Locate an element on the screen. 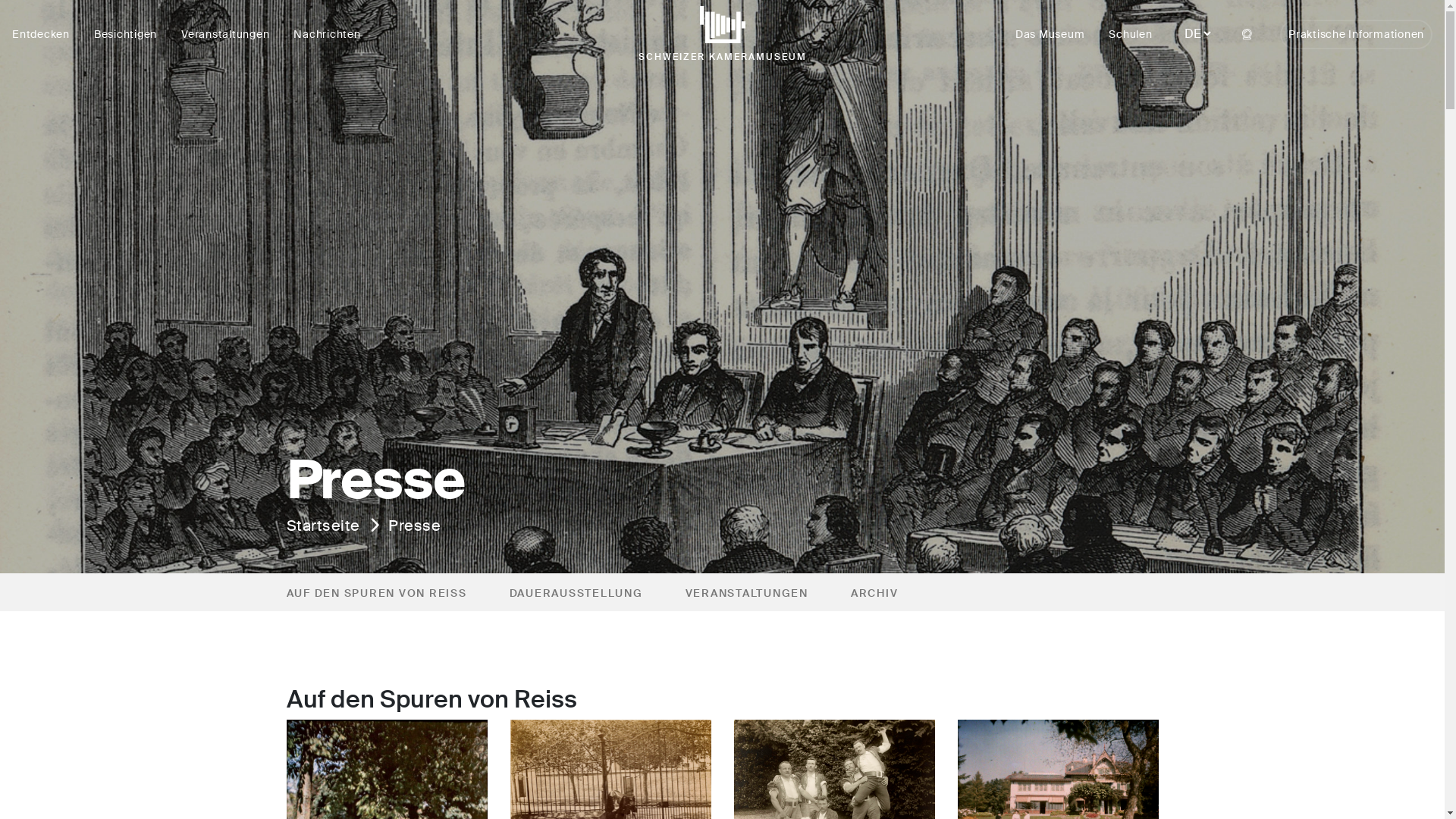 The height and width of the screenshot is (819, 1456). 'VERANSTALTUNGEN' is located at coordinates (746, 592).